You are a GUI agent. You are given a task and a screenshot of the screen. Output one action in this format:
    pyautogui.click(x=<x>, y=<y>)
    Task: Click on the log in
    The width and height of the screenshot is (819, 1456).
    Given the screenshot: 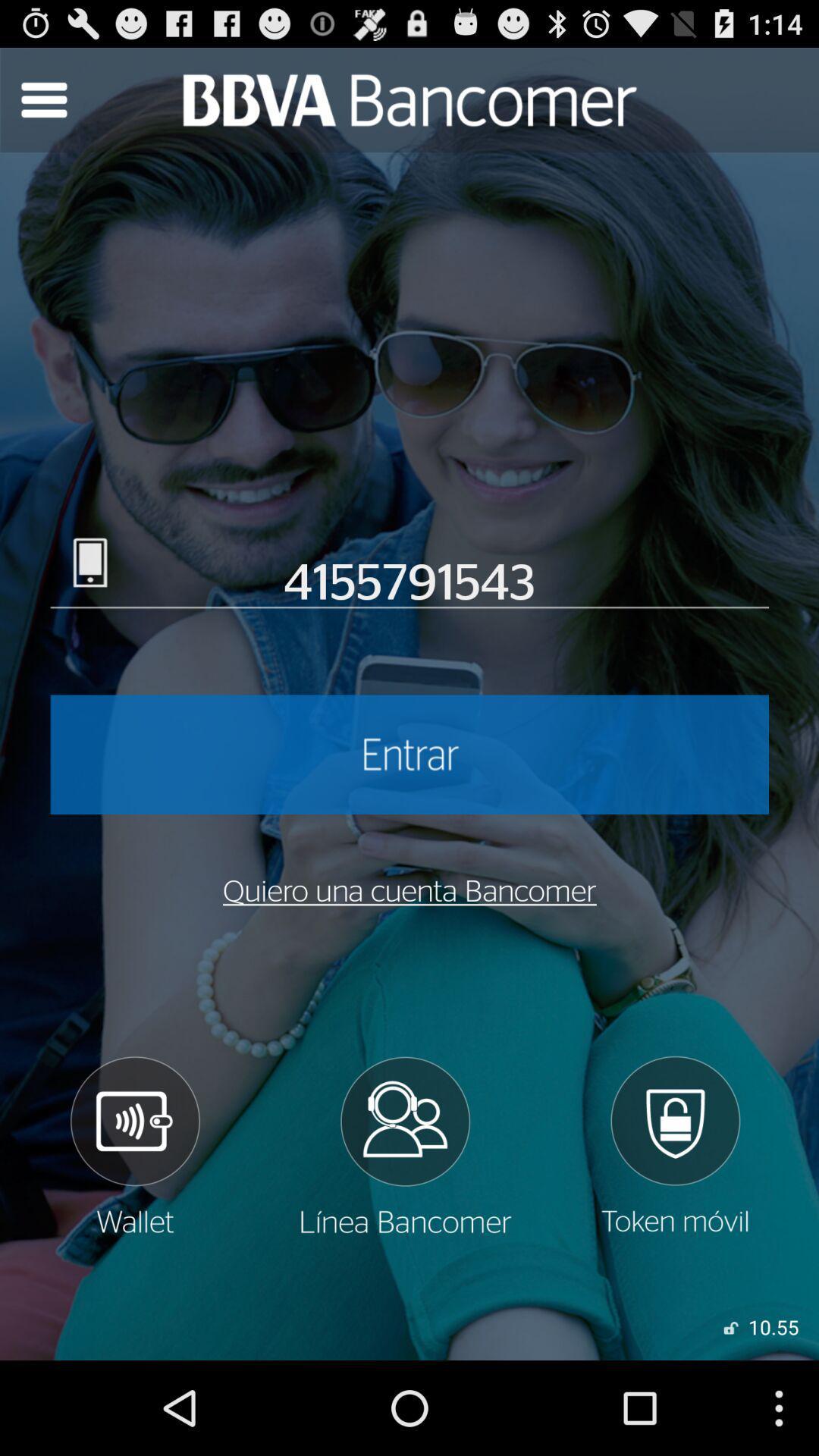 What is the action you would take?
    pyautogui.click(x=409, y=755)
    